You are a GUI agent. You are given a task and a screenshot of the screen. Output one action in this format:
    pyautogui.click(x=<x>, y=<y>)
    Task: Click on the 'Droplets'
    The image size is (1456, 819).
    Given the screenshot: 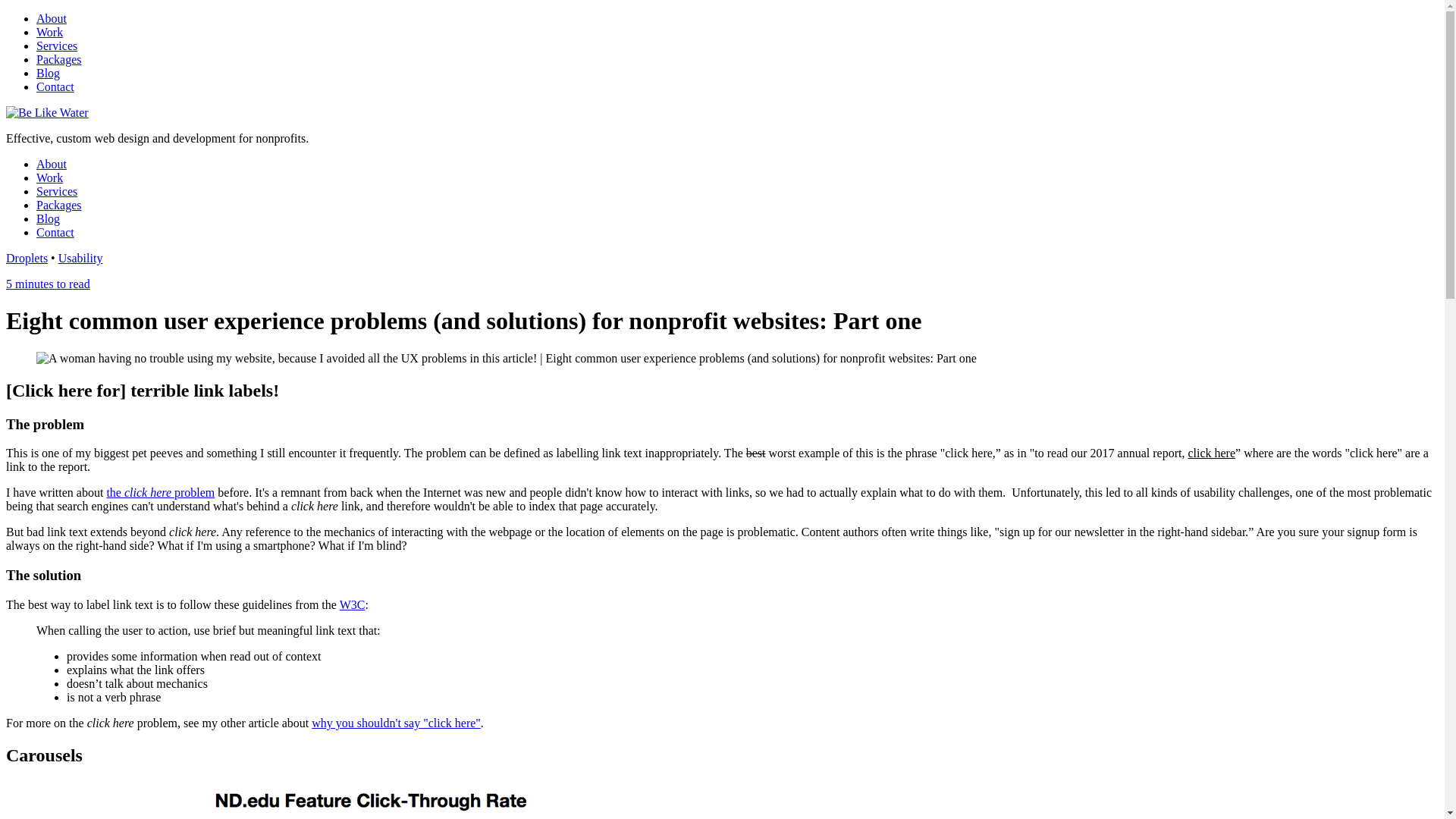 What is the action you would take?
    pyautogui.click(x=27, y=257)
    